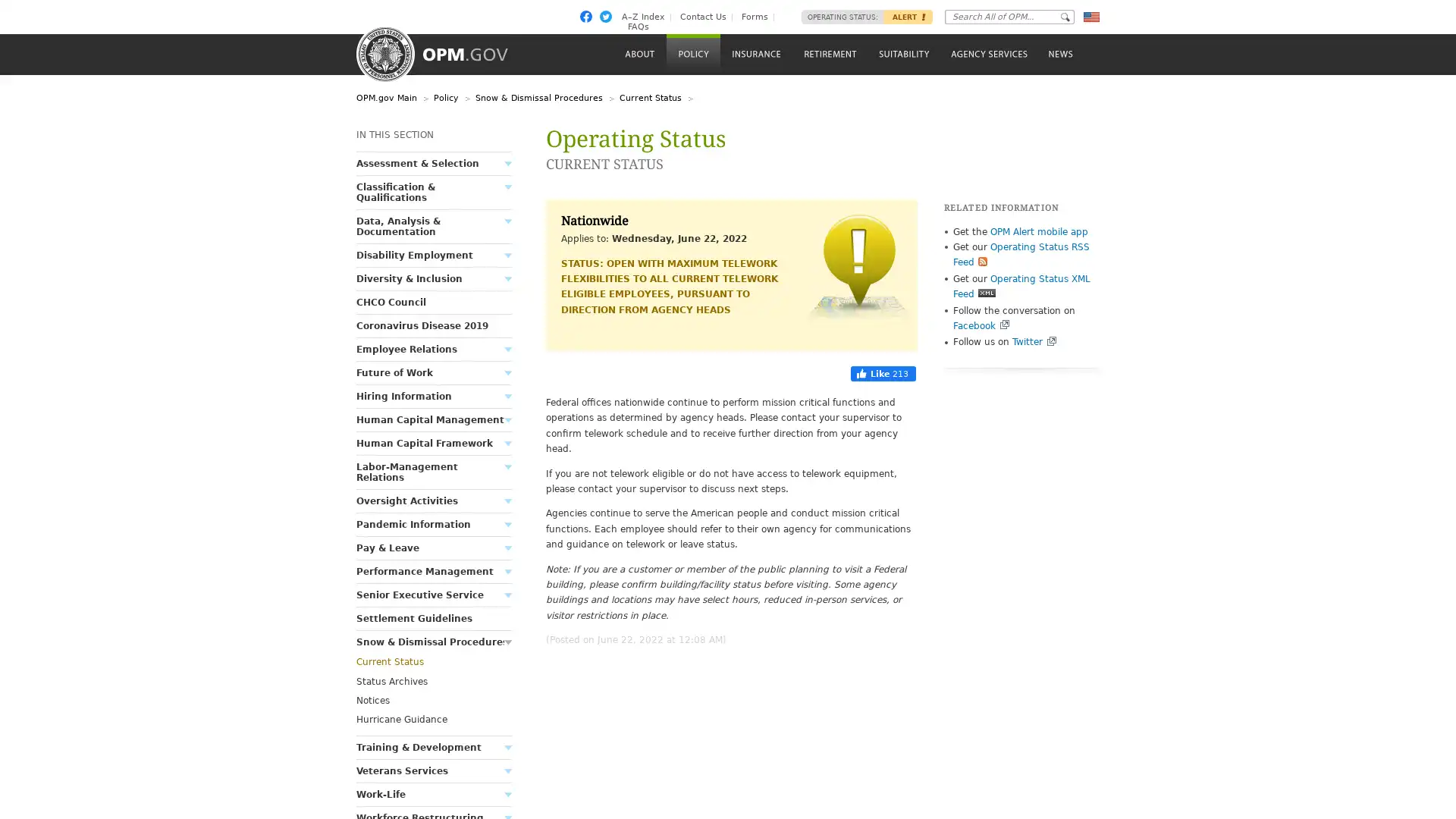 The image size is (1456, 819). What do you see at coordinates (1065, 17) in the screenshot?
I see `Go` at bounding box center [1065, 17].